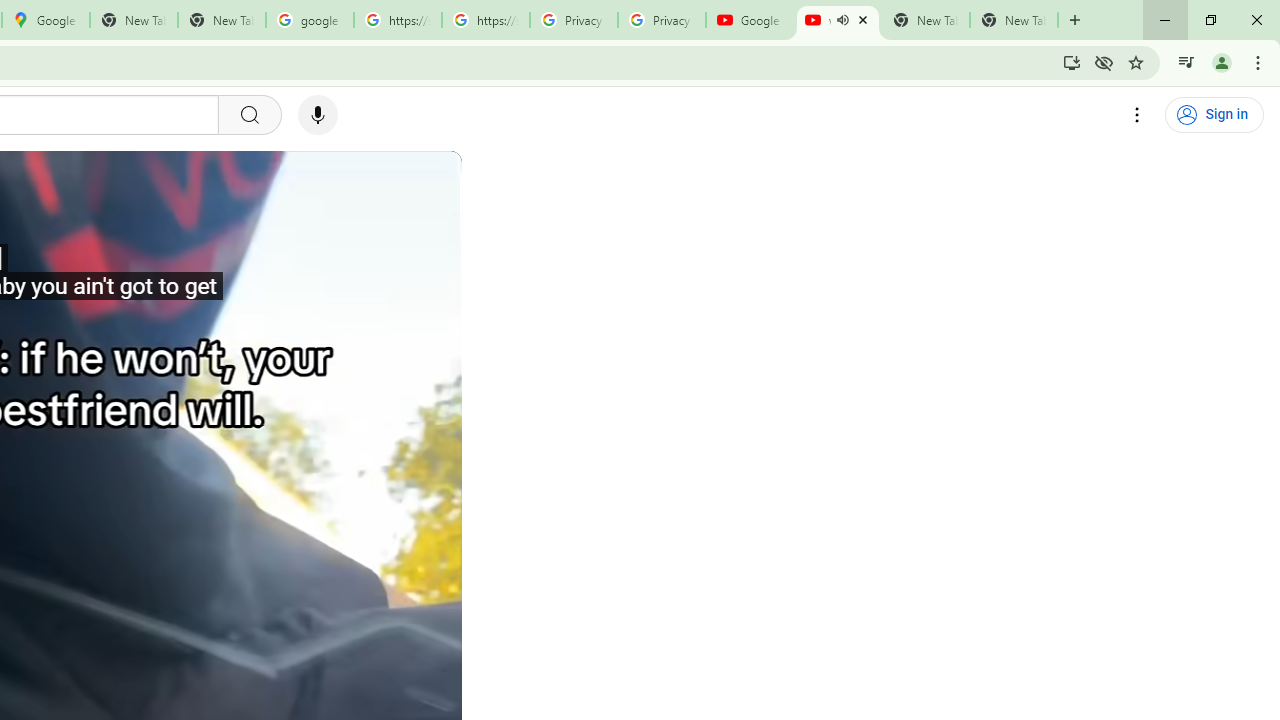 The image size is (1280, 720). I want to click on 'Install YouTube', so click(1071, 61).